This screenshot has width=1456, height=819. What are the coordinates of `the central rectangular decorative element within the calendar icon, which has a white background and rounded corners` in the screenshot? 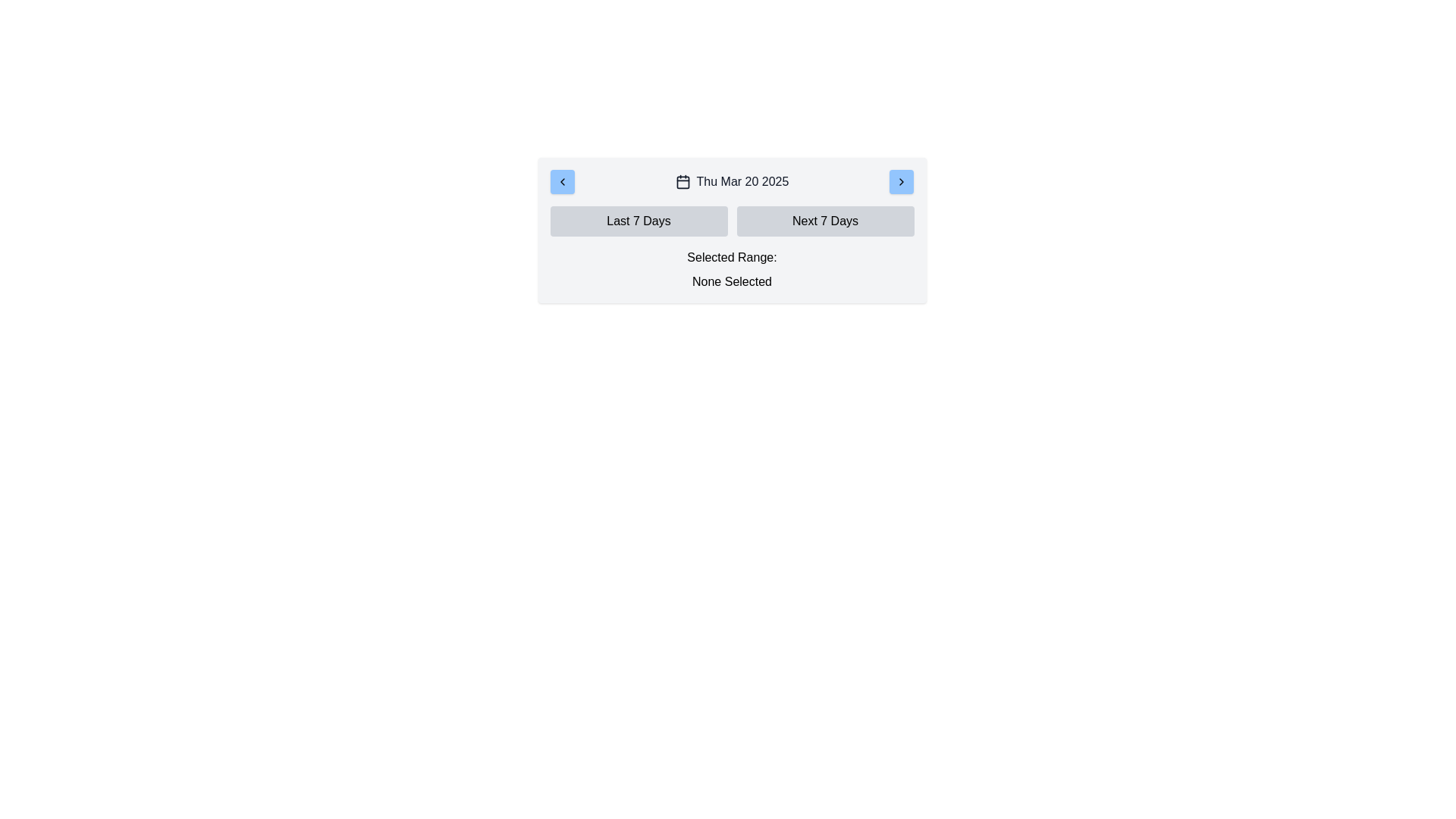 It's located at (682, 181).